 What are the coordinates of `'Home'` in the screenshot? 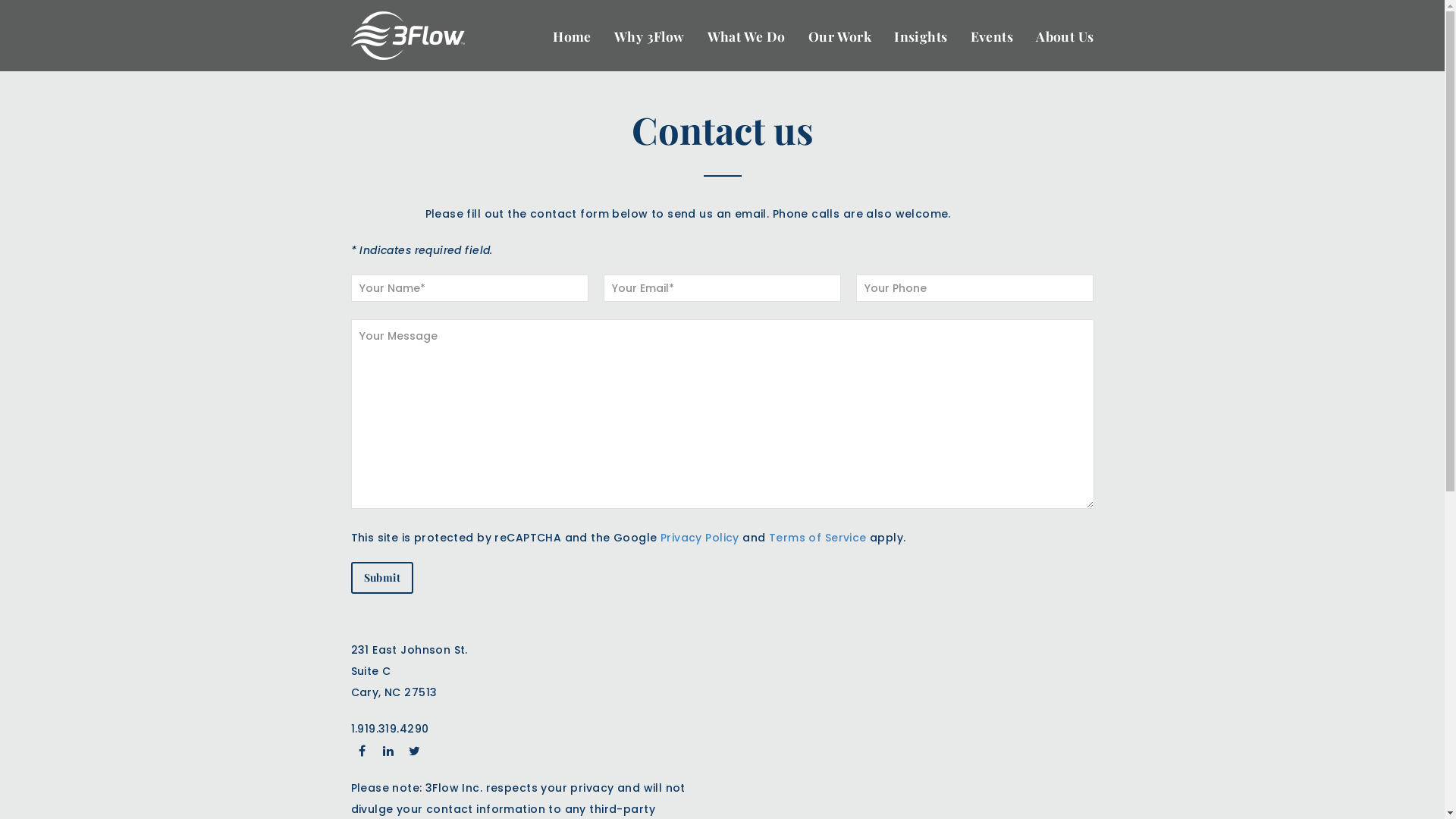 It's located at (571, 34).